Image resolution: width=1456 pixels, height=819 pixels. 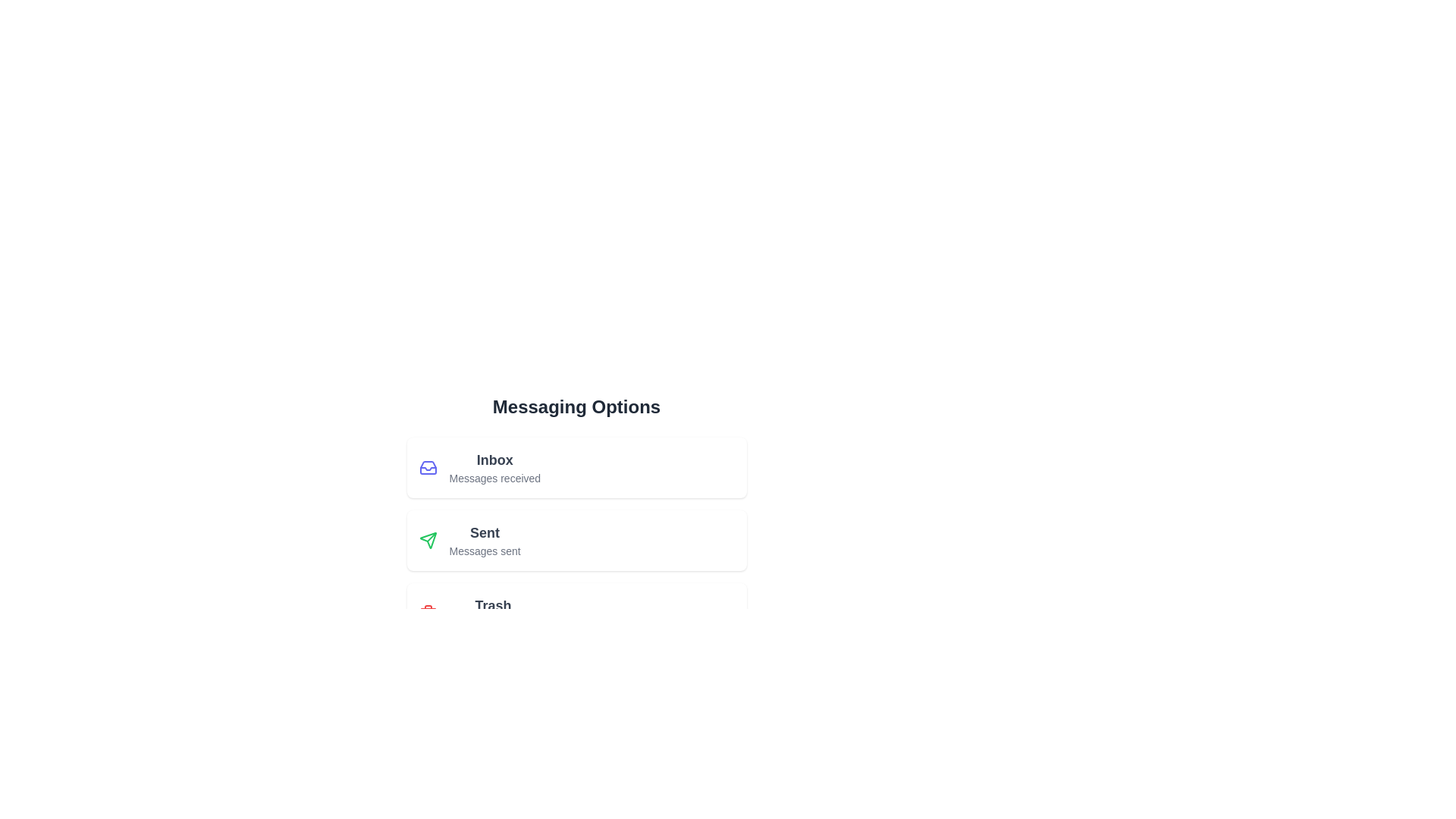 What do you see at coordinates (576, 467) in the screenshot?
I see `the menu item labeled Inbox to observe its hover effect` at bounding box center [576, 467].